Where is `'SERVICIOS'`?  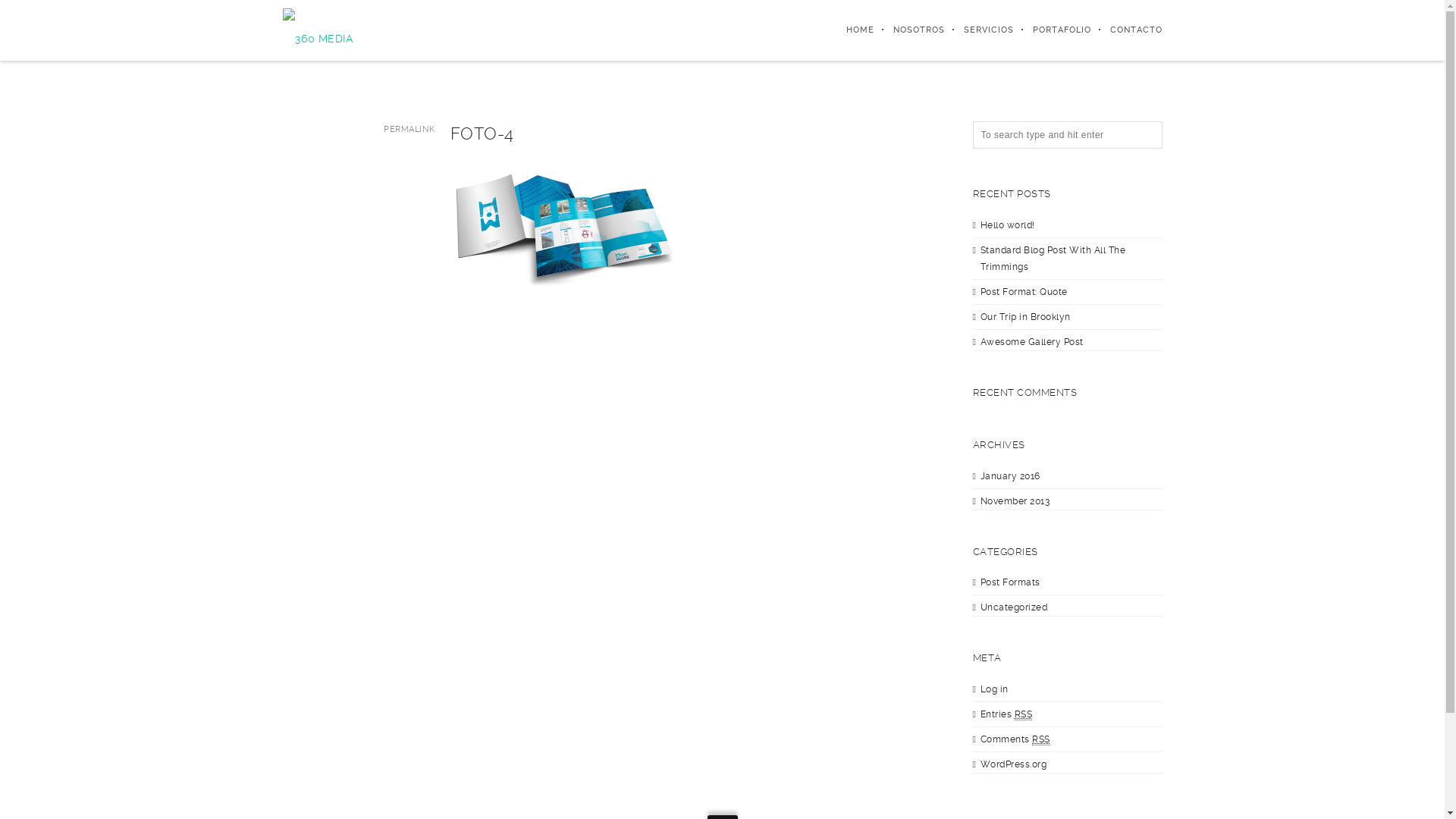
'SERVICIOS' is located at coordinates (979, 30).